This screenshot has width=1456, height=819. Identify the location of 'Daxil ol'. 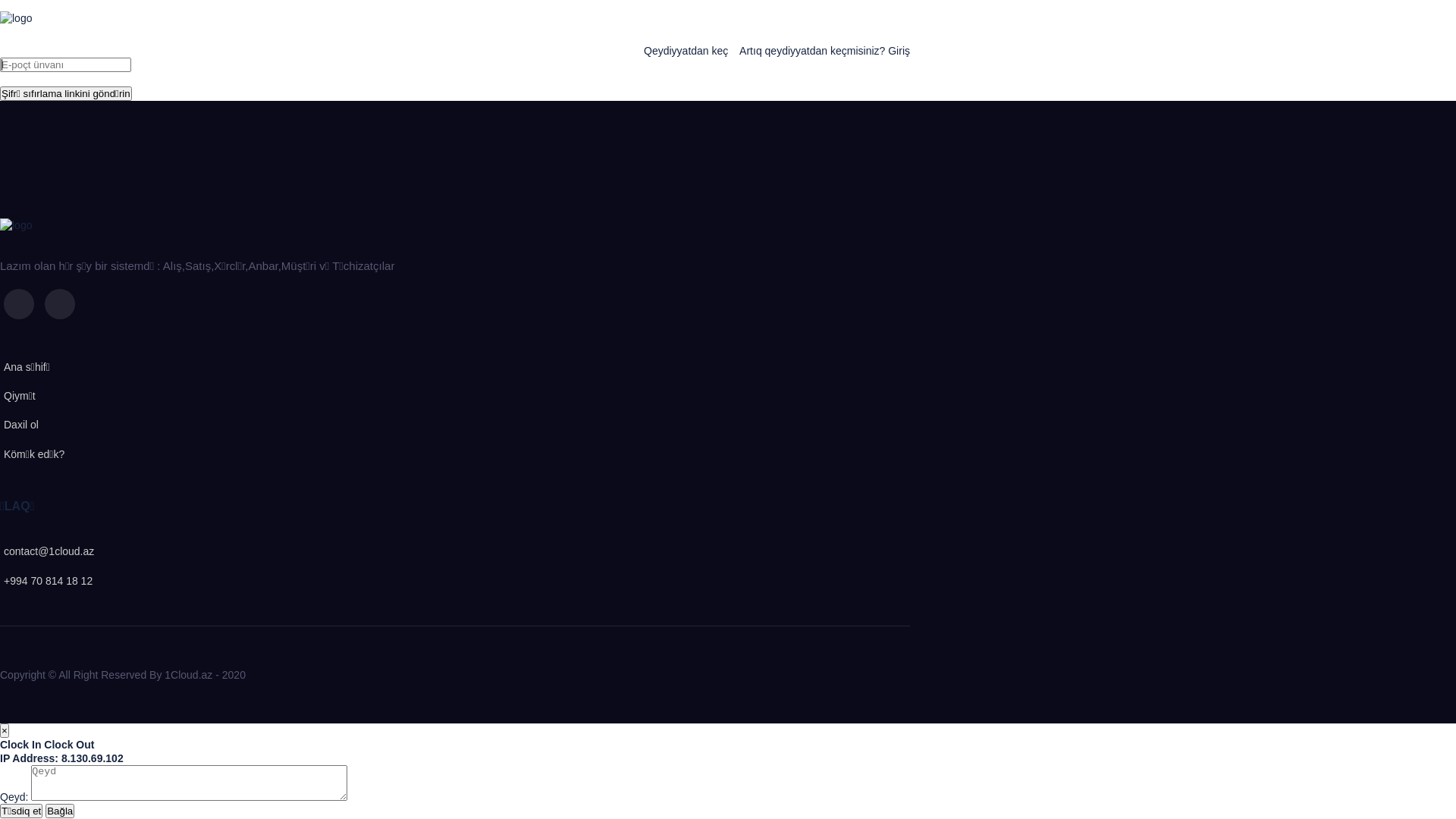
(19, 424).